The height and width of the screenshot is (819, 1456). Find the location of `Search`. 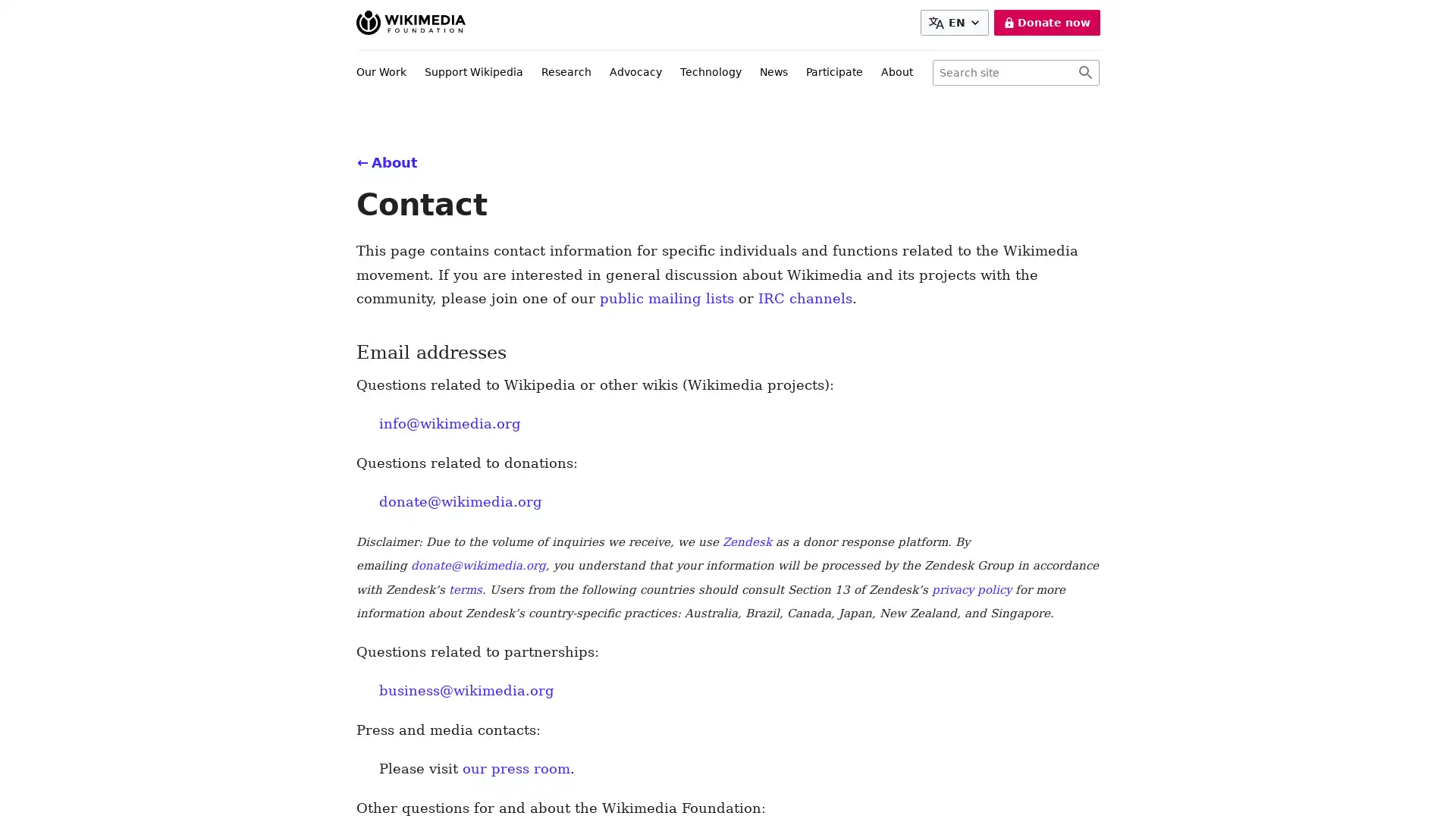

Search is located at coordinates (1084, 73).